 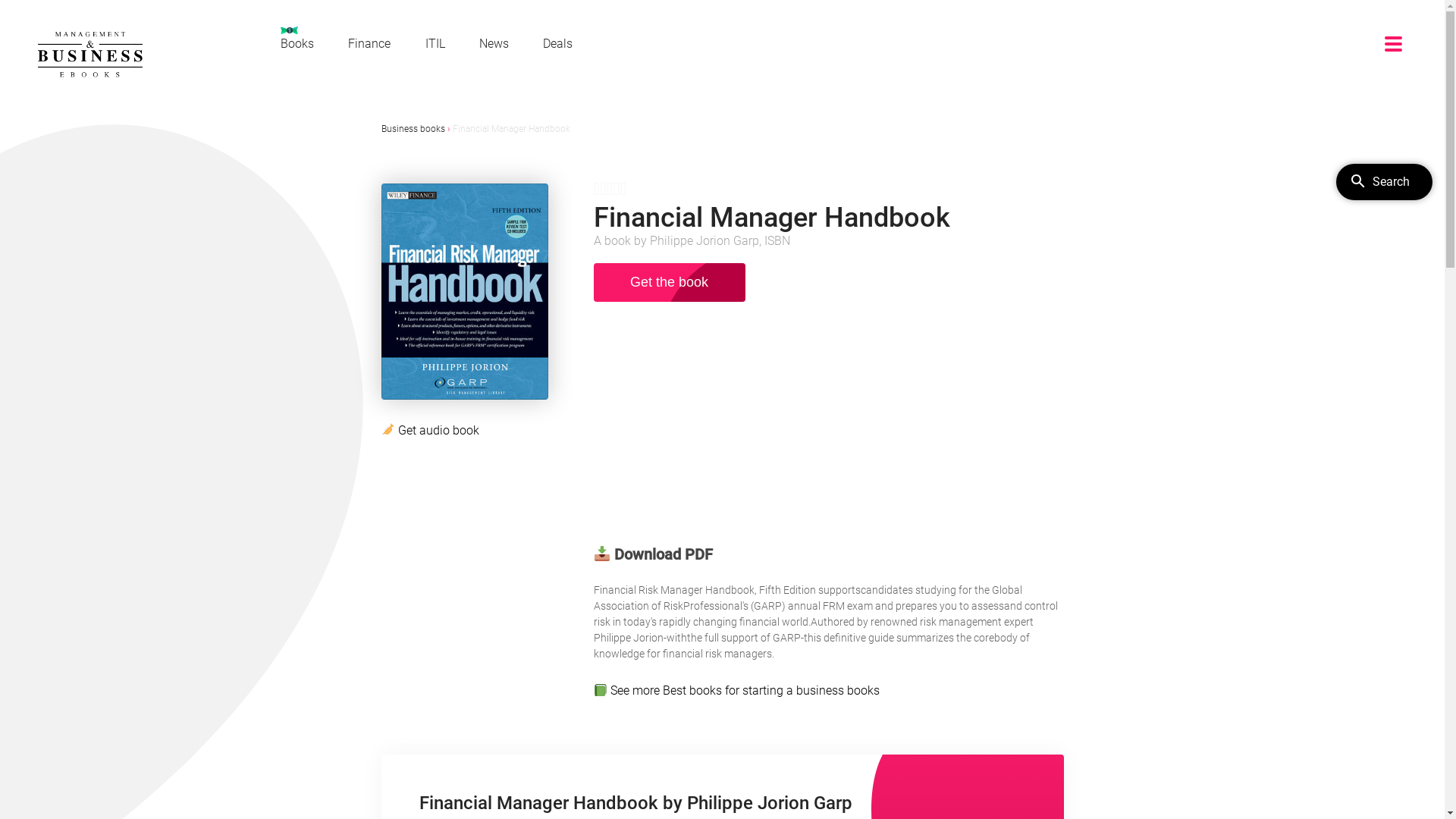 I want to click on 'Get the book', so click(x=668, y=284).